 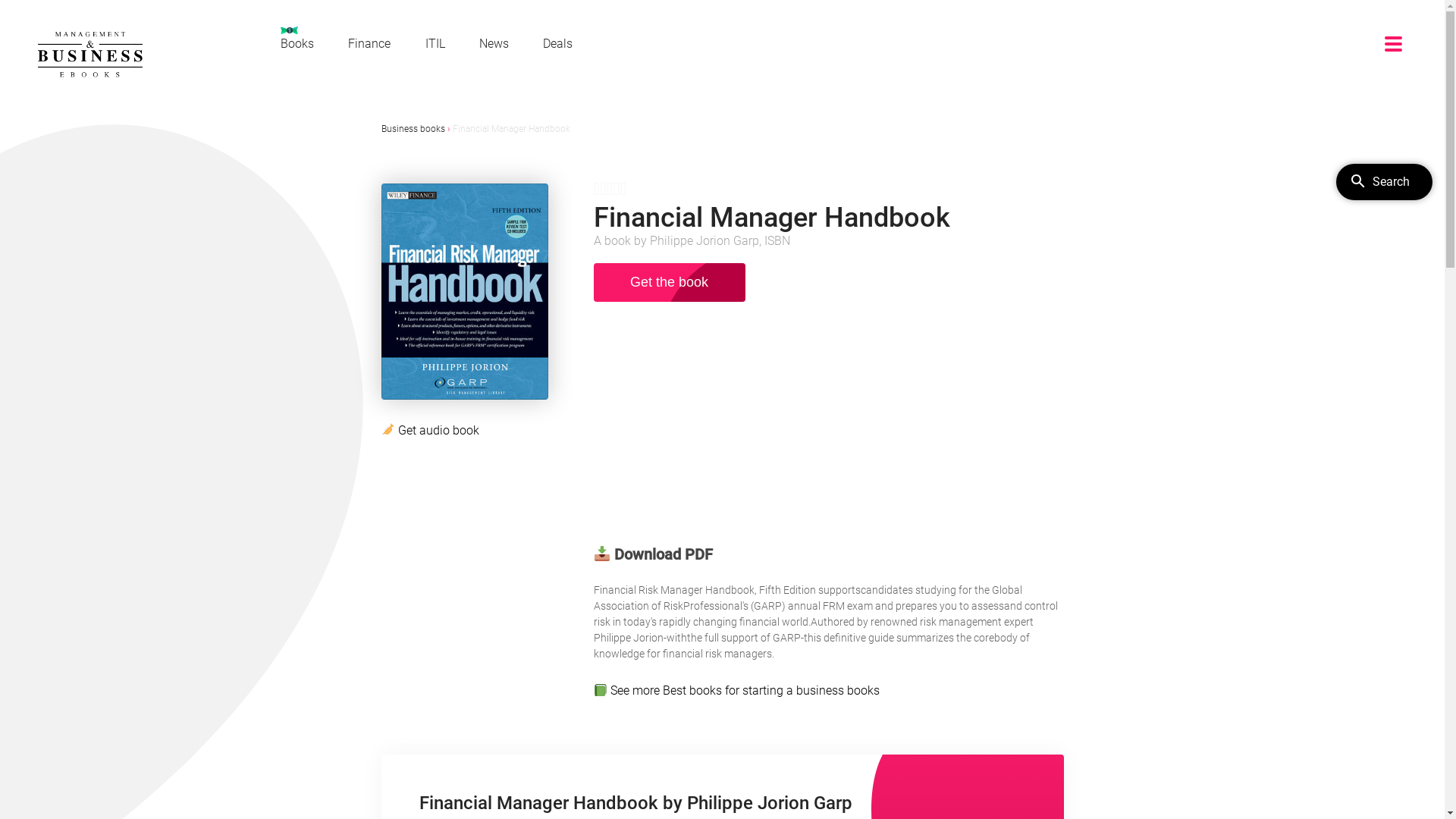 I want to click on 'Get the book', so click(x=668, y=284).